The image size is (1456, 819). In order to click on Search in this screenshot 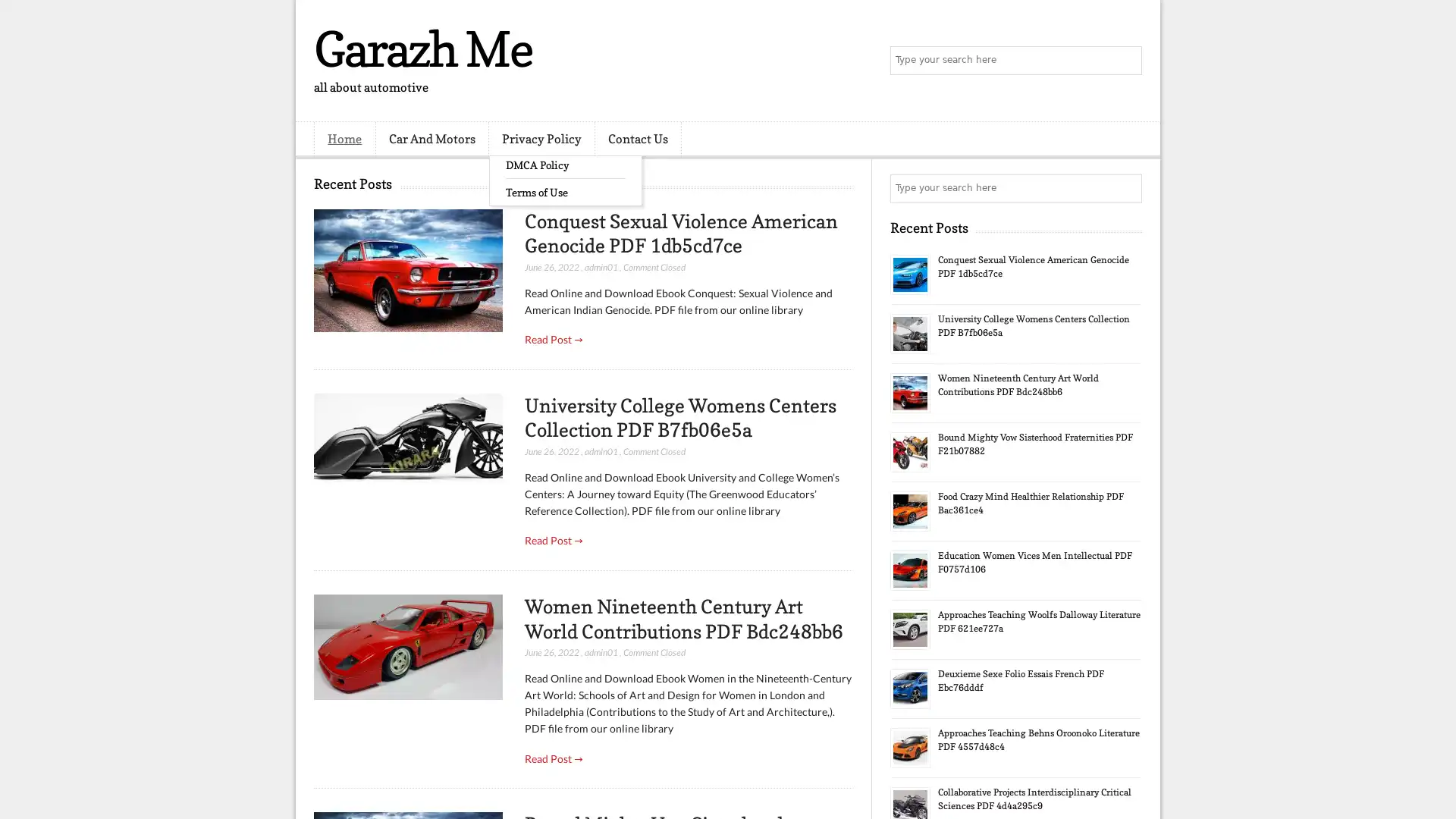, I will do `click(1126, 61)`.